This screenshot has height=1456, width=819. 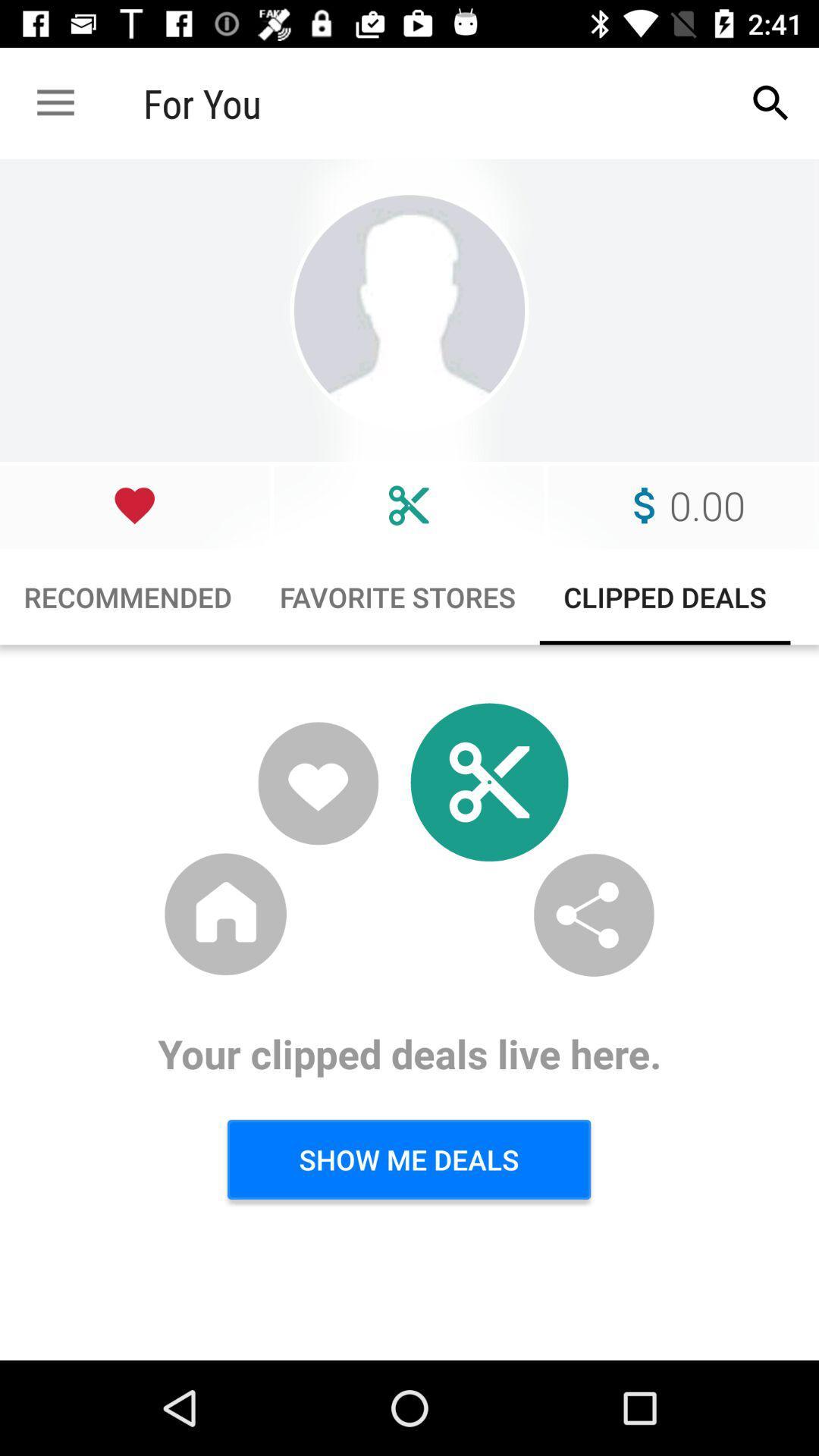 What do you see at coordinates (771, 102) in the screenshot?
I see `the icon next to the for you app` at bounding box center [771, 102].